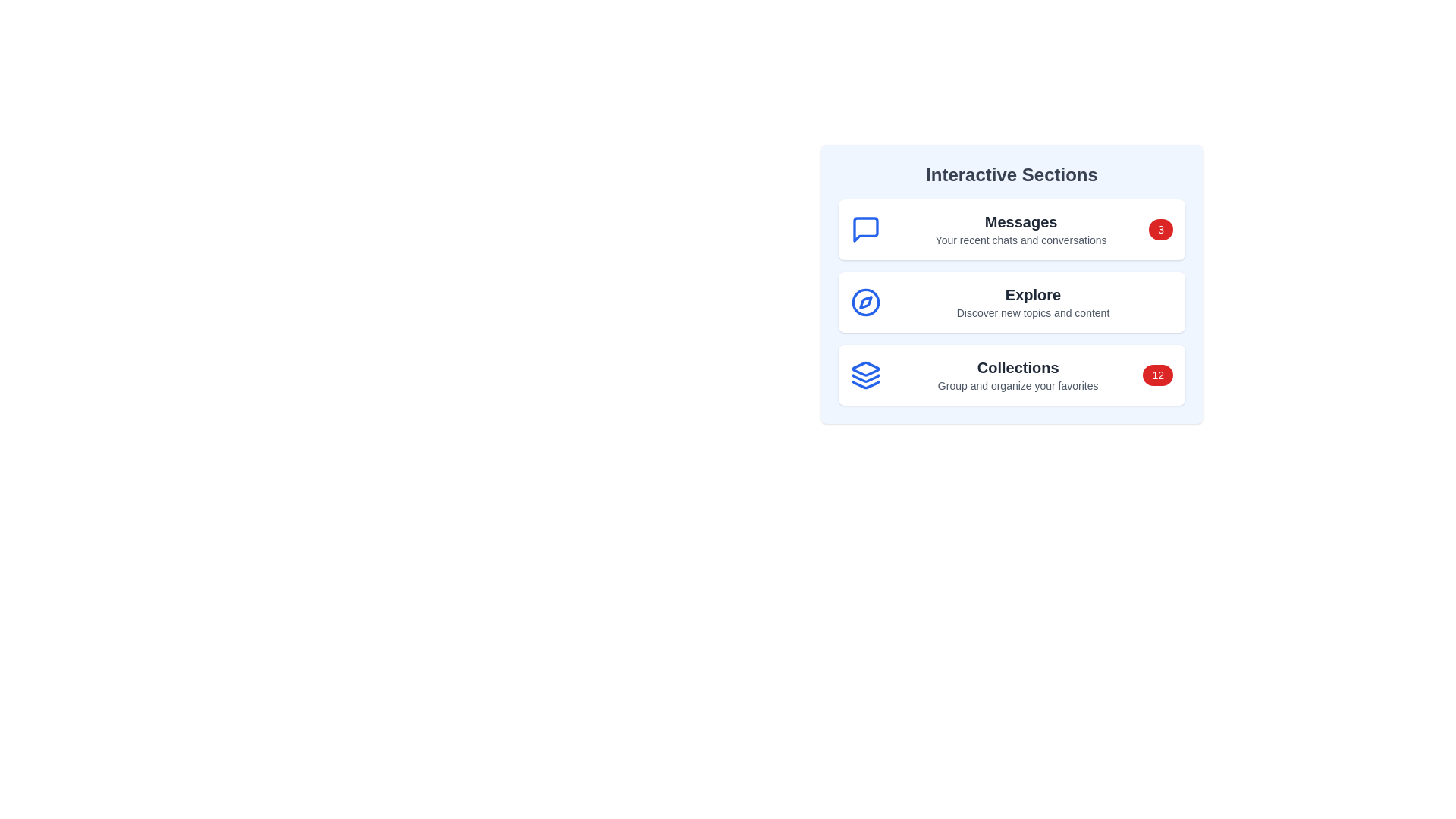  Describe the element at coordinates (1012, 230) in the screenshot. I see `the section titled Messages` at that location.